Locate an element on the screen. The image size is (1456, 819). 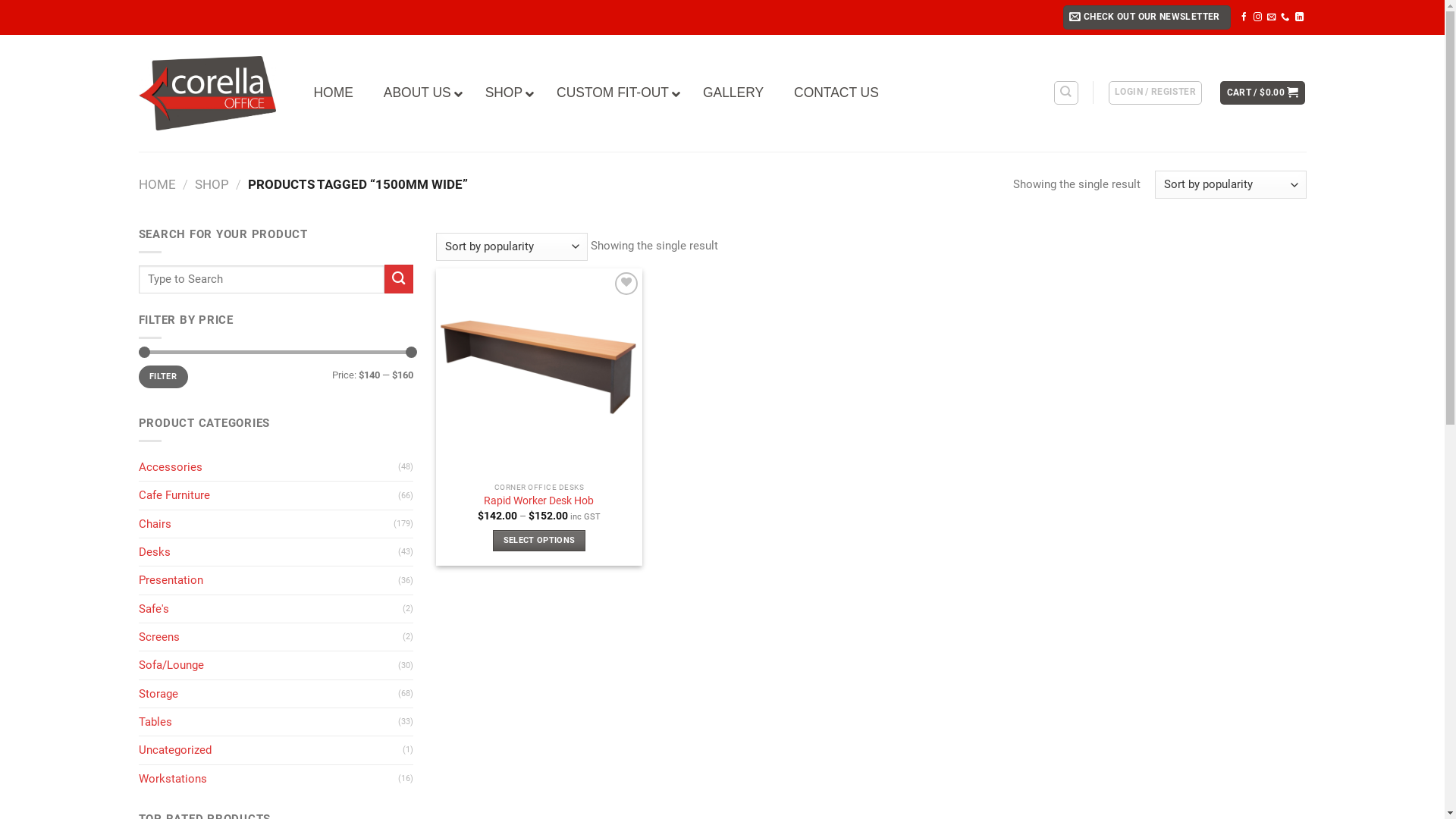
'Tables' is located at coordinates (268, 721).